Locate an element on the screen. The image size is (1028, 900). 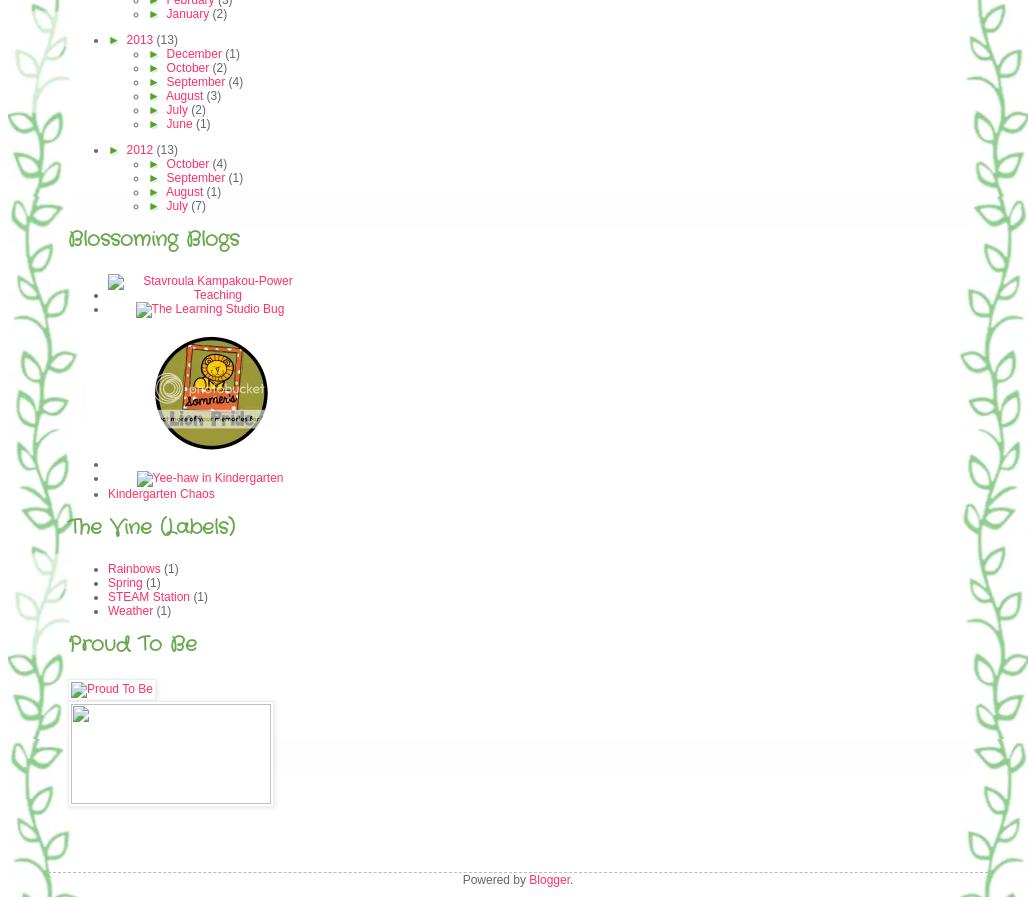
'Proud To Be' is located at coordinates (132, 643).